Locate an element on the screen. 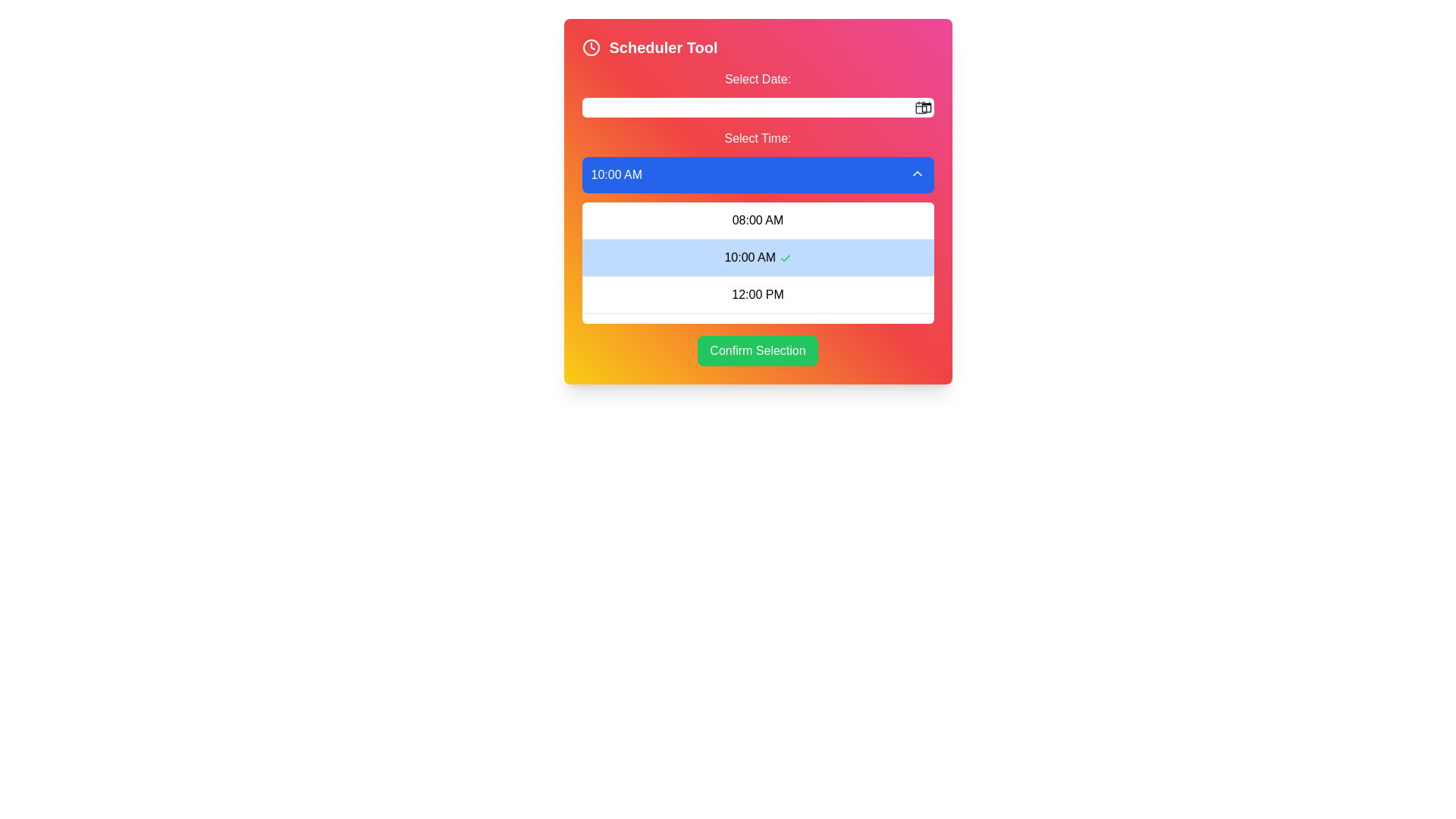 The height and width of the screenshot is (819, 1456). the green checkmark icon, which is an SVG element aligned to the right of the '10:00 AM' time display in the list item is located at coordinates (785, 257).